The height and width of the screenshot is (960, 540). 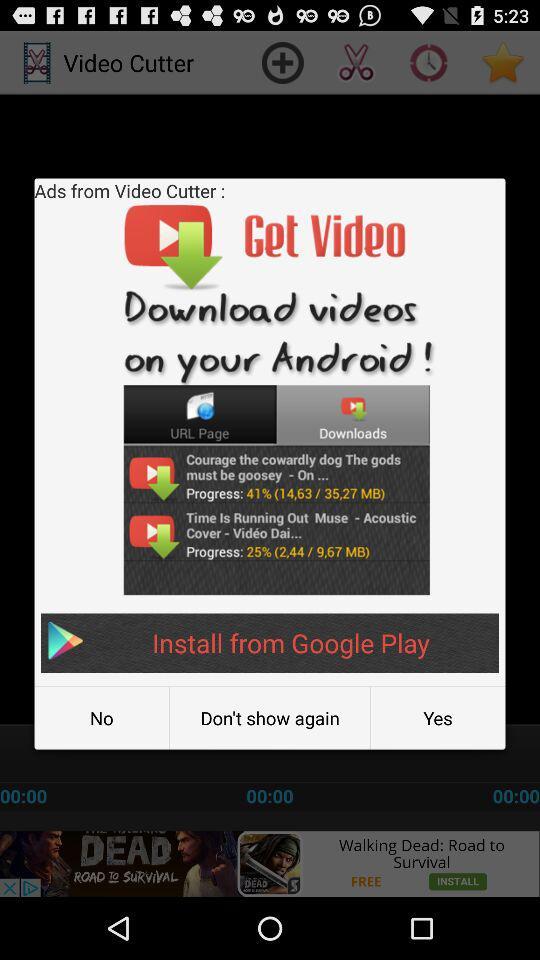 I want to click on the yes button, so click(x=437, y=718).